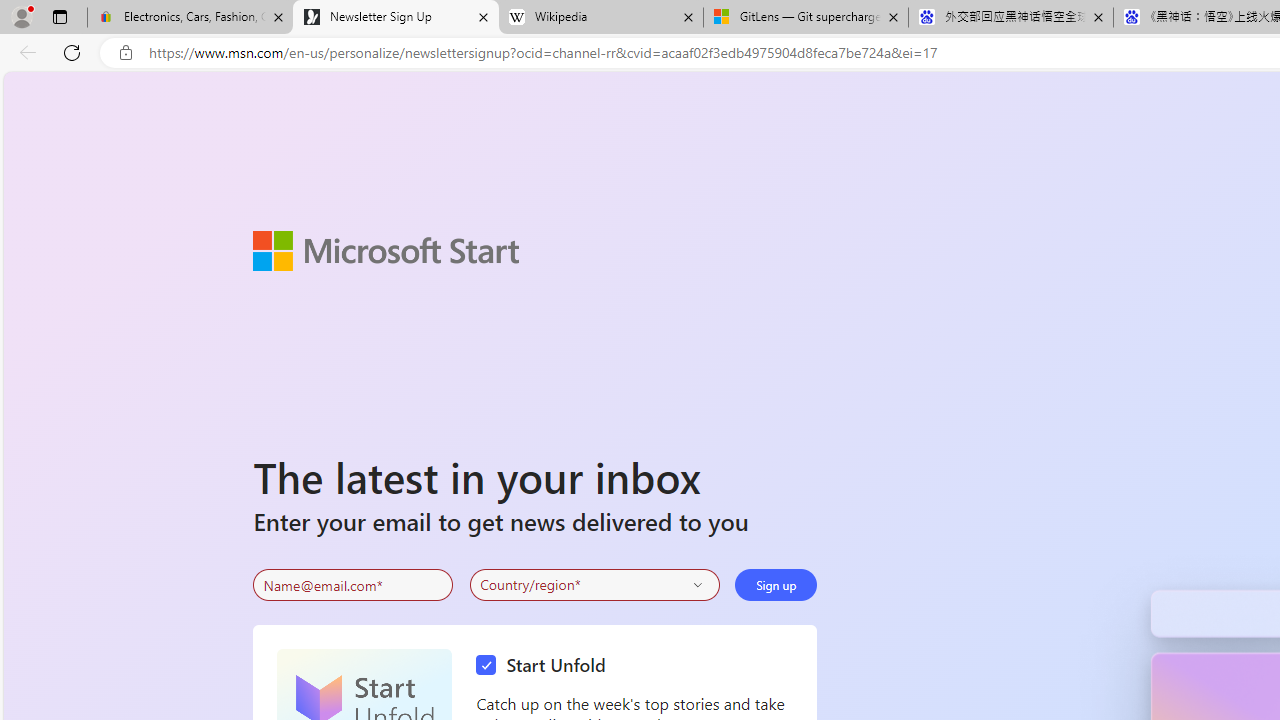 This screenshot has width=1280, height=720. What do you see at coordinates (190, 17) in the screenshot?
I see `'Electronics, Cars, Fashion, Collectibles & More | eBay'` at bounding box center [190, 17].